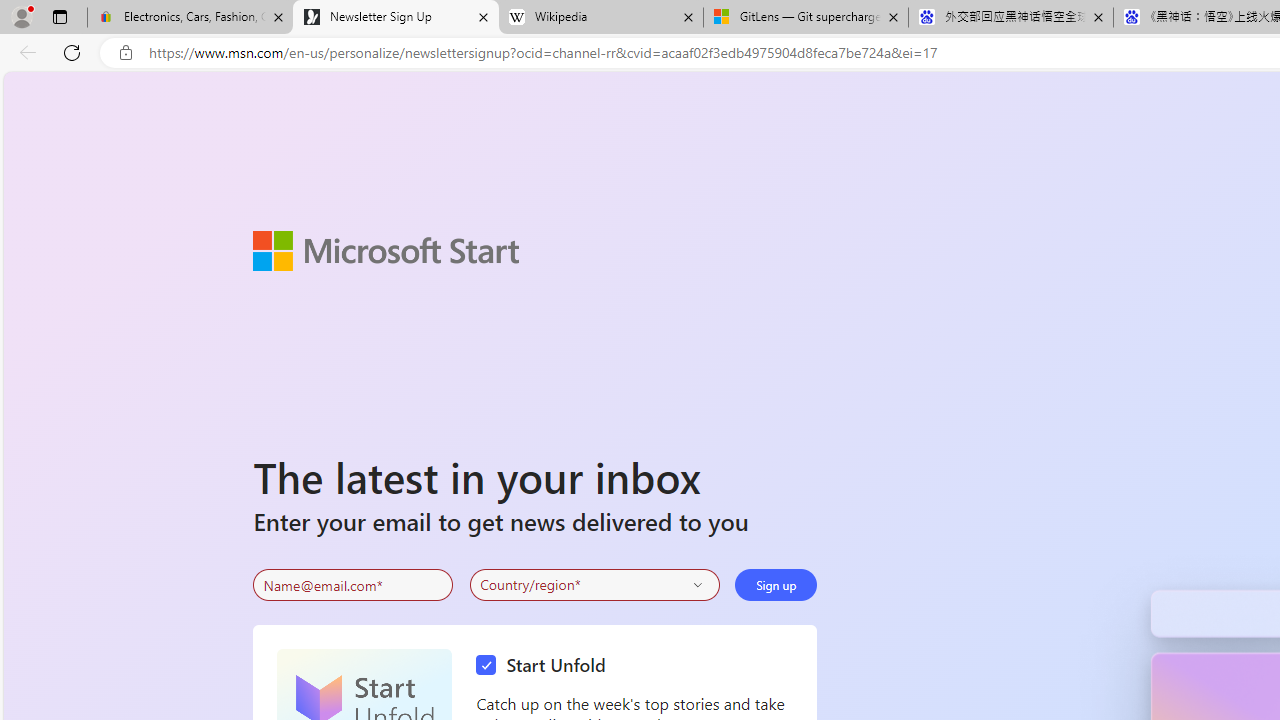 This screenshot has width=1280, height=720. What do you see at coordinates (190, 17) in the screenshot?
I see `'Electronics, Cars, Fashion, Collectibles & More | eBay'` at bounding box center [190, 17].